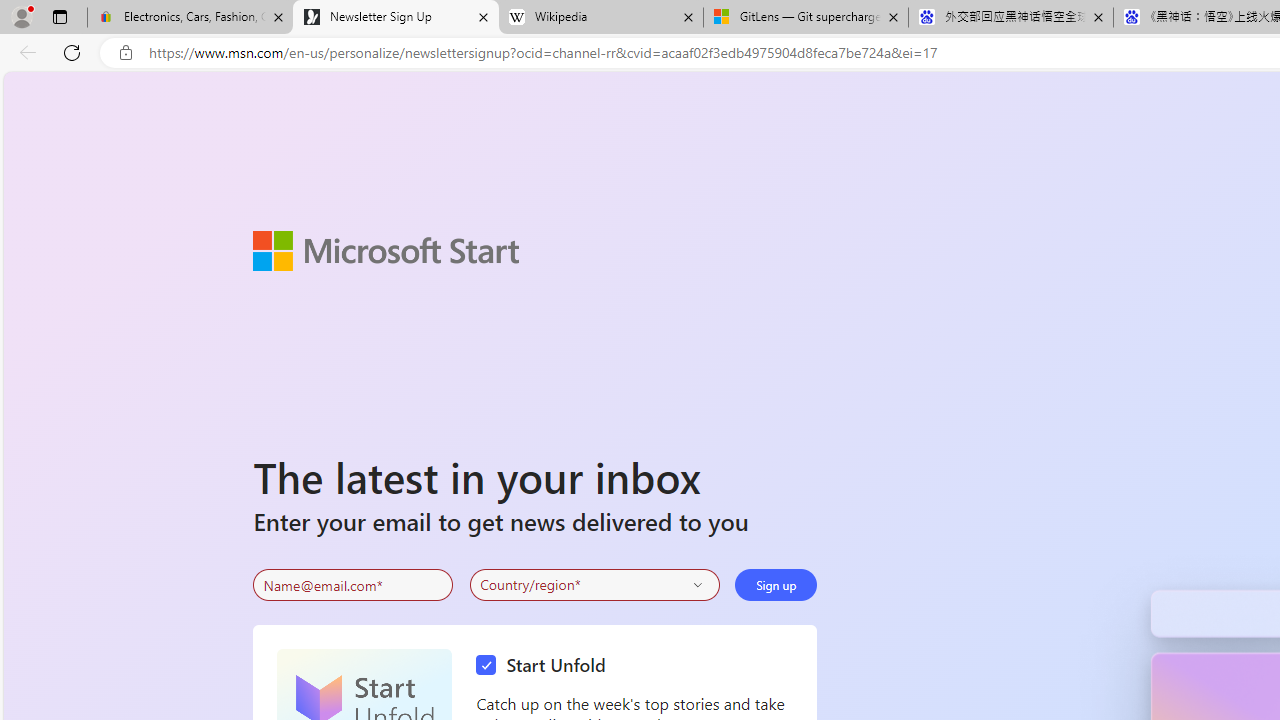 This screenshot has width=1280, height=720. What do you see at coordinates (190, 17) in the screenshot?
I see `'Electronics, Cars, Fashion, Collectibles & More | eBay'` at bounding box center [190, 17].